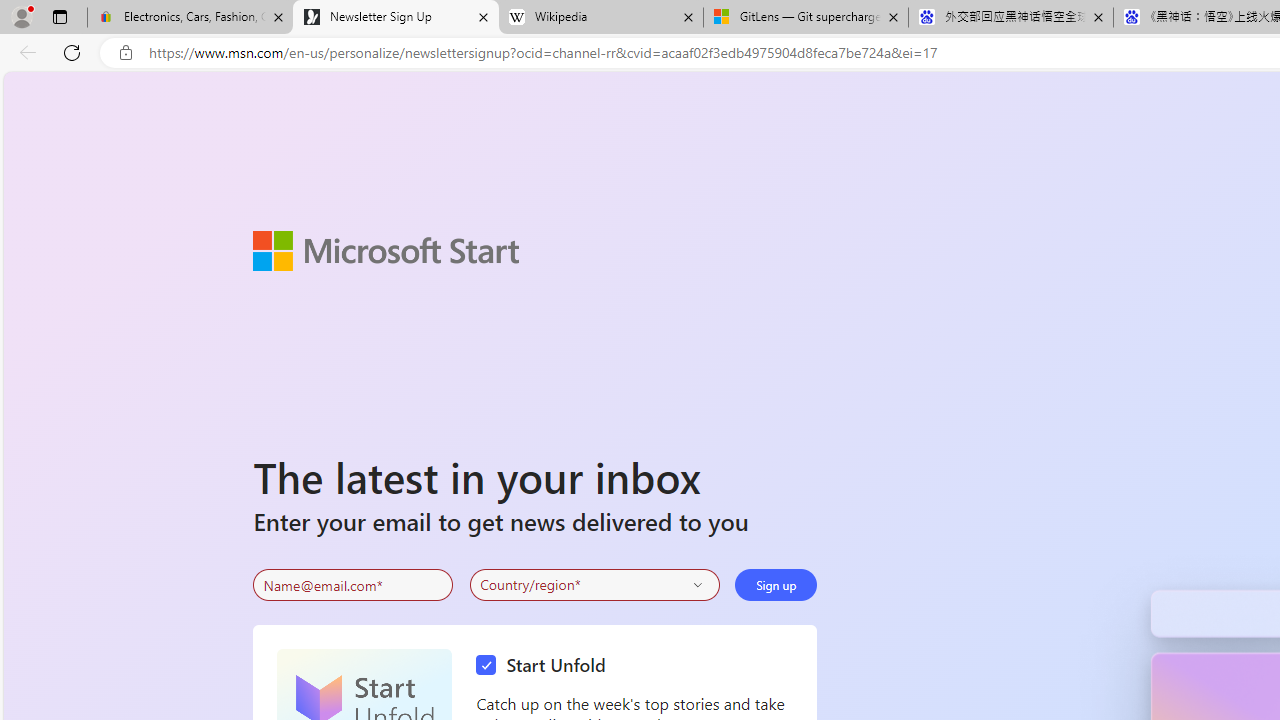 This screenshot has width=1280, height=720. What do you see at coordinates (190, 17) in the screenshot?
I see `'Electronics, Cars, Fashion, Collectibles & More | eBay'` at bounding box center [190, 17].